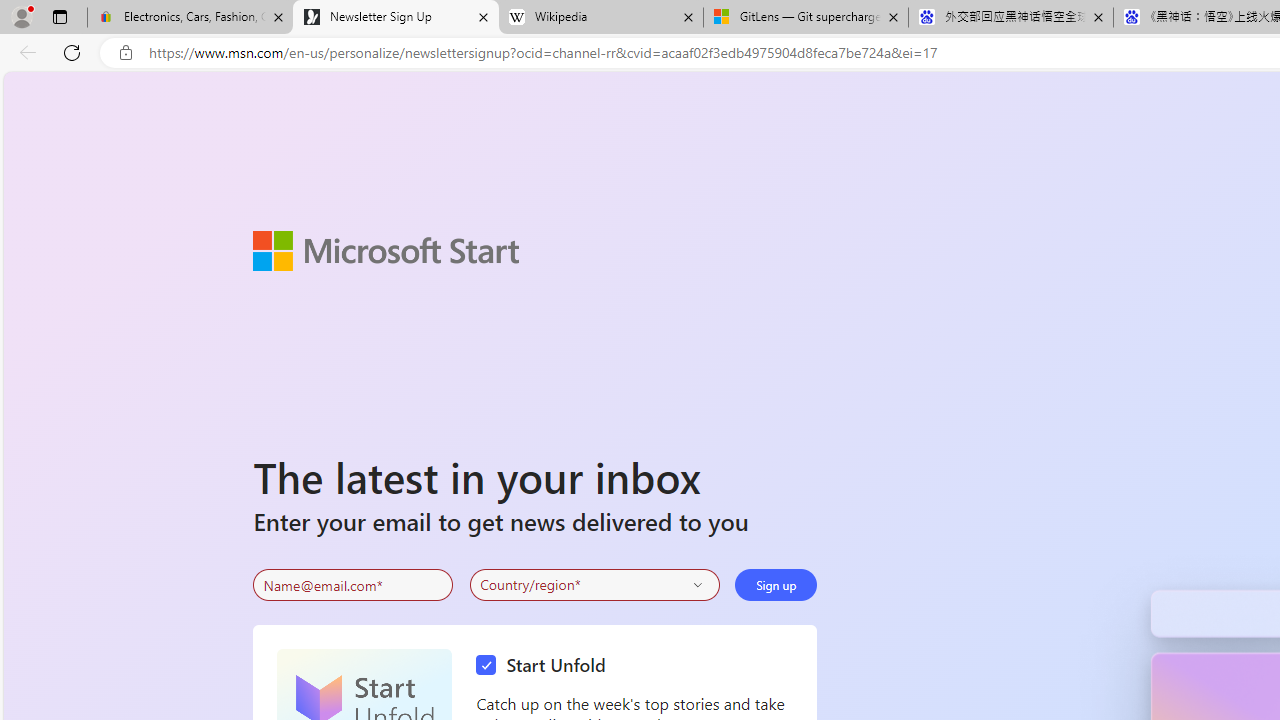 This screenshot has width=1280, height=720. What do you see at coordinates (190, 17) in the screenshot?
I see `'Electronics, Cars, Fashion, Collectibles & More | eBay'` at bounding box center [190, 17].